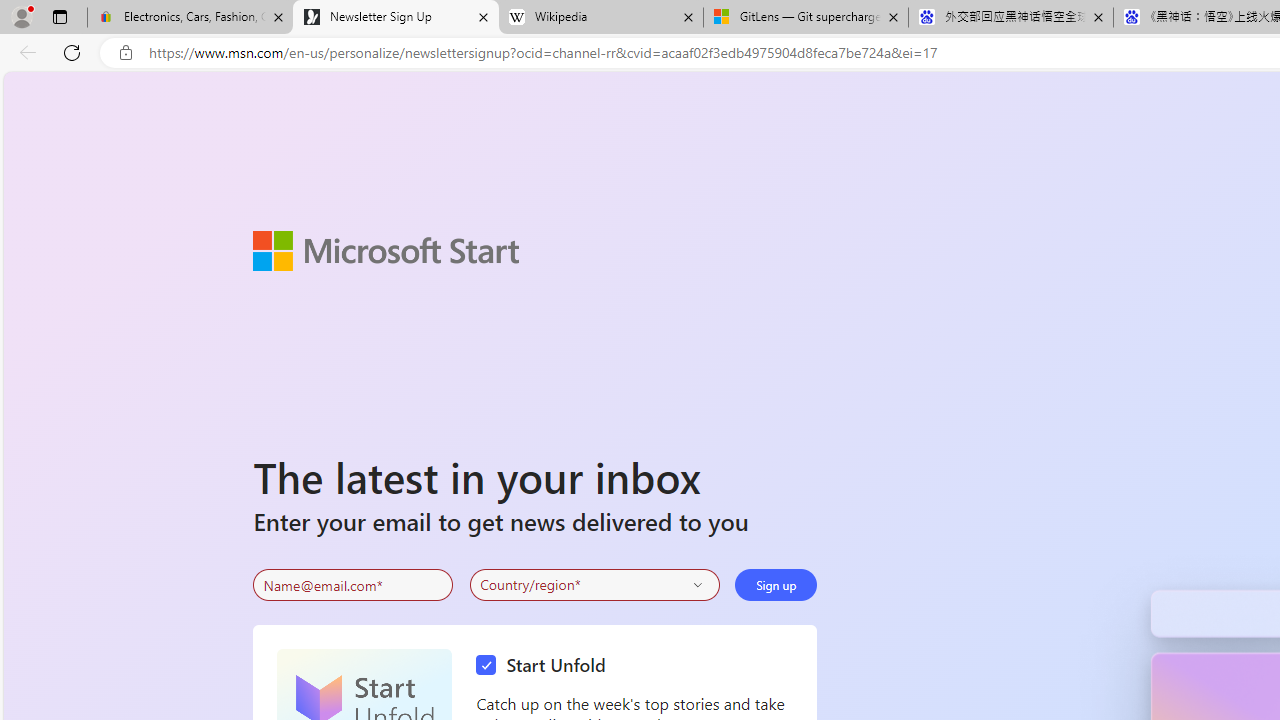 This screenshot has width=1280, height=720. What do you see at coordinates (190, 17) in the screenshot?
I see `'Electronics, Cars, Fashion, Collectibles & More | eBay'` at bounding box center [190, 17].